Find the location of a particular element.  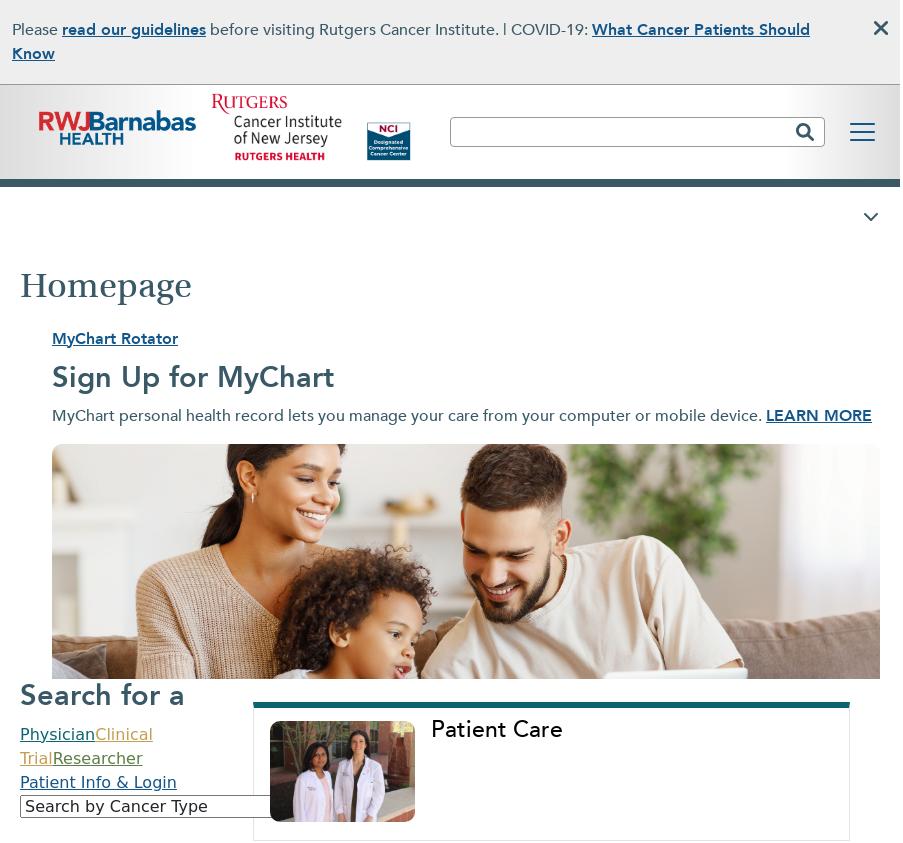

'ABOUT US' is located at coordinates (26, 827).